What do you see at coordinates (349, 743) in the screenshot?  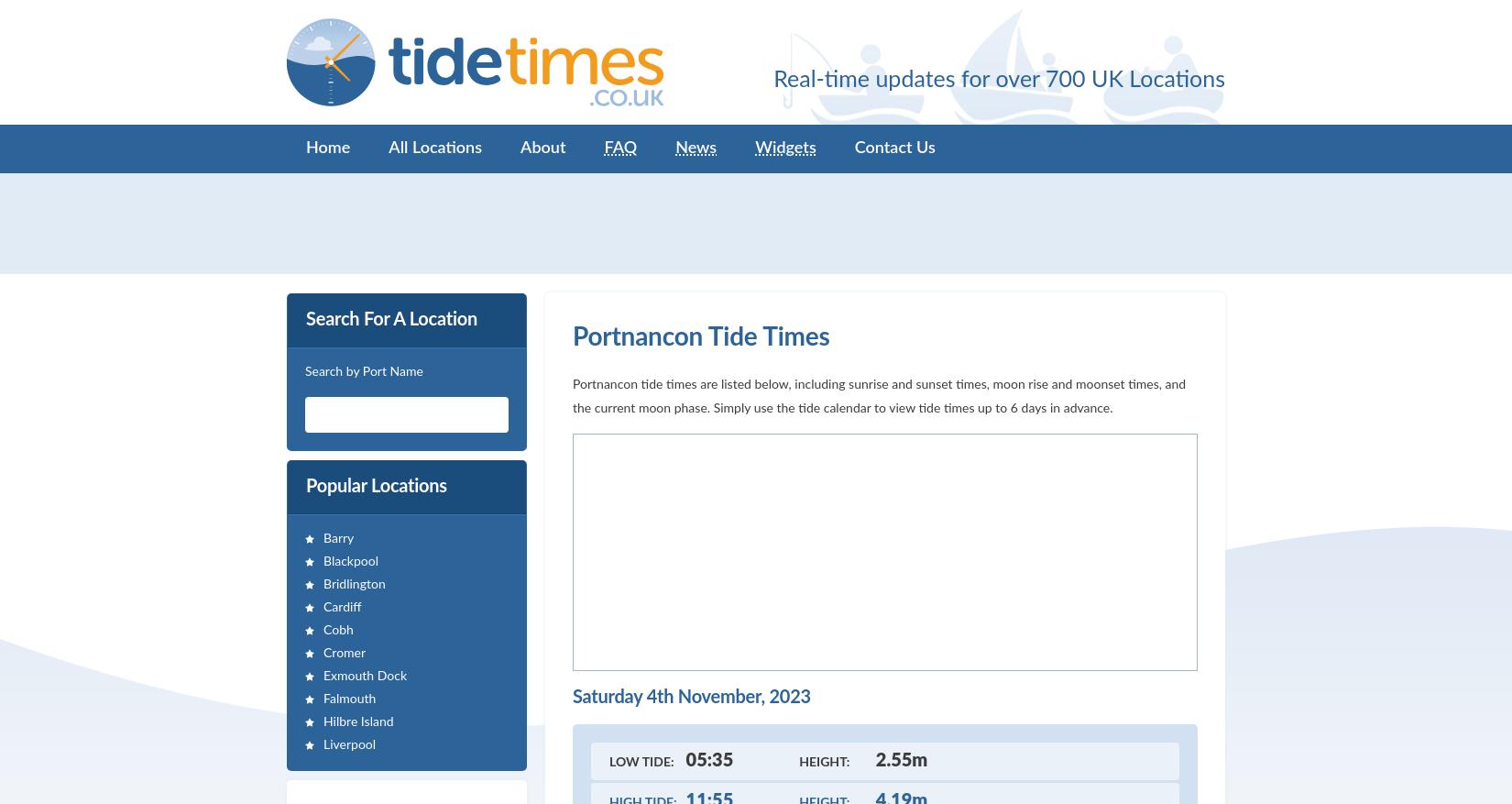 I see `'Liverpool'` at bounding box center [349, 743].